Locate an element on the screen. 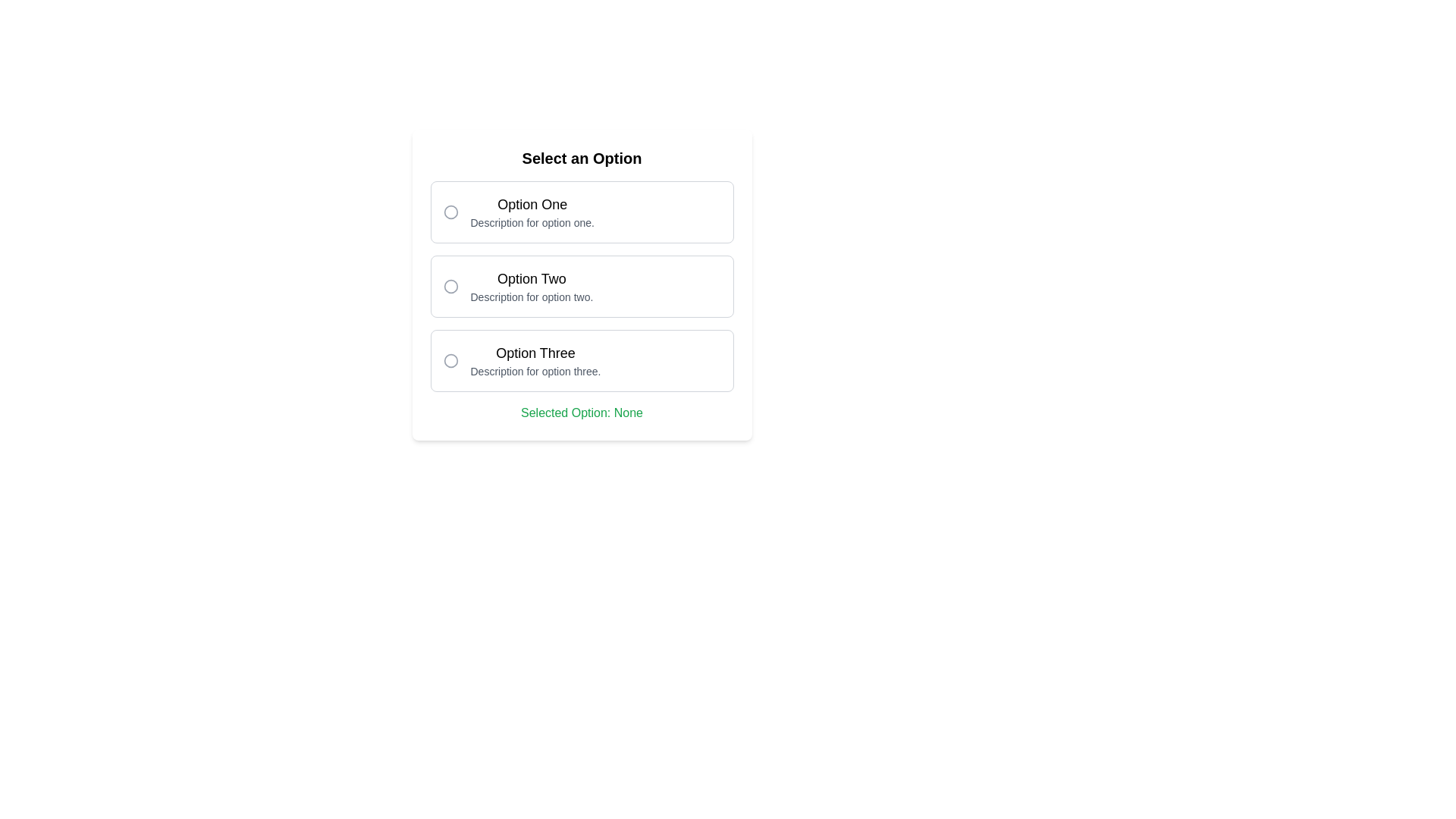 The width and height of the screenshot is (1456, 819). the static text element reading 'Description for option one.' which is styled in small gray font and located directly below the bold header 'Option One' is located at coordinates (532, 222).